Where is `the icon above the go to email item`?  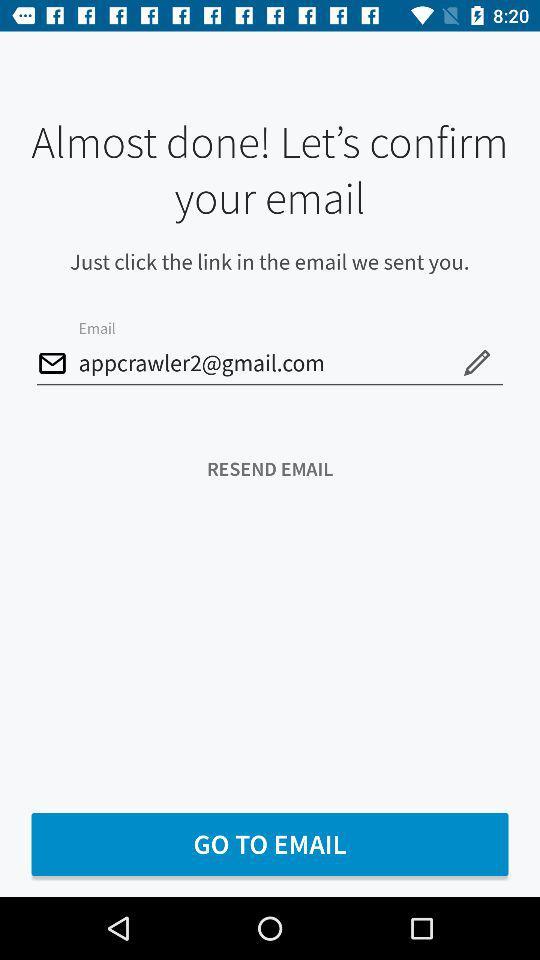 the icon above the go to email item is located at coordinates (270, 469).